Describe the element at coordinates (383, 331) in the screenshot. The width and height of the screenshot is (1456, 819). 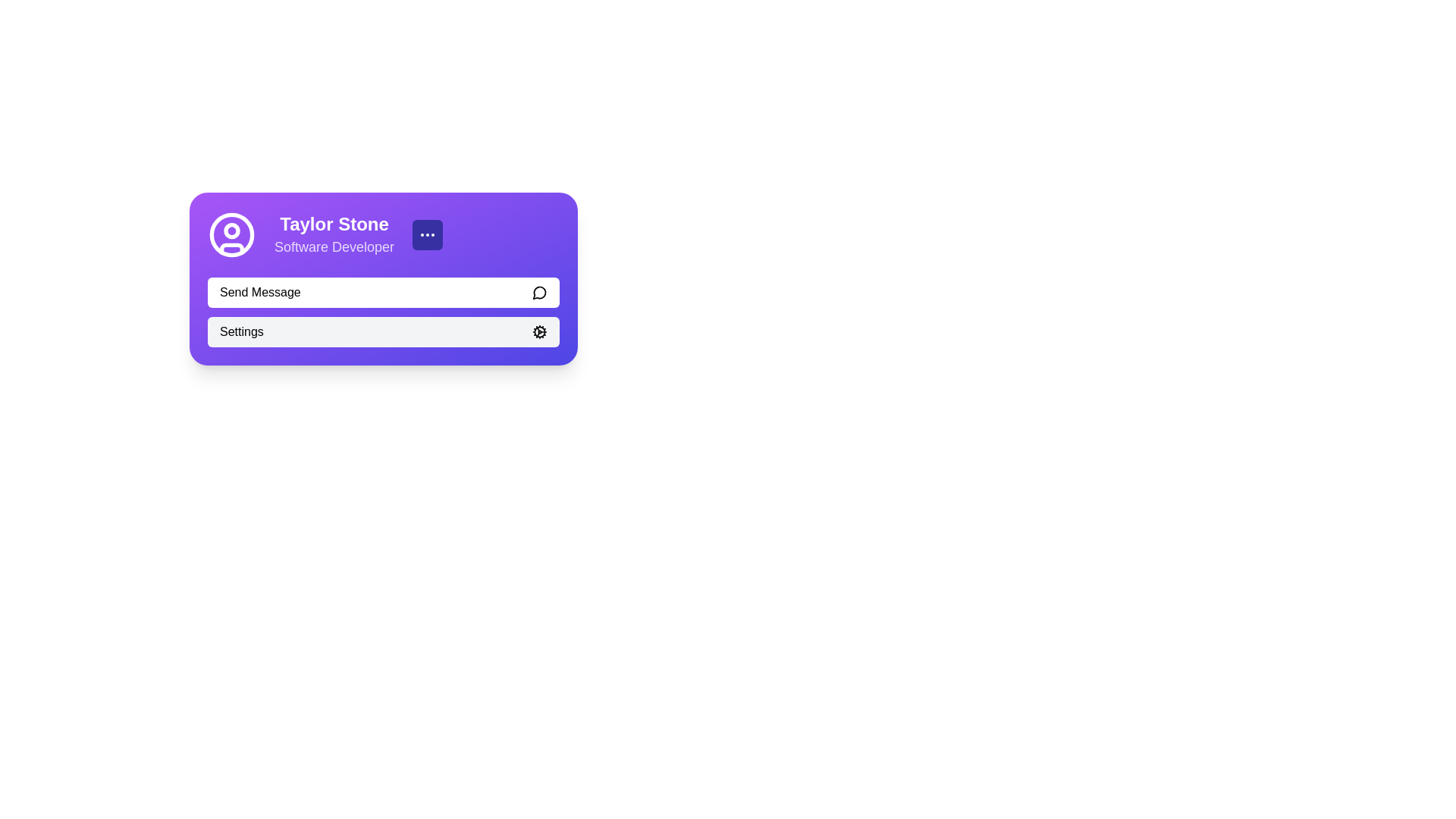
I see `the settings button located below the 'Send Message' button in the card-like UI element` at that location.